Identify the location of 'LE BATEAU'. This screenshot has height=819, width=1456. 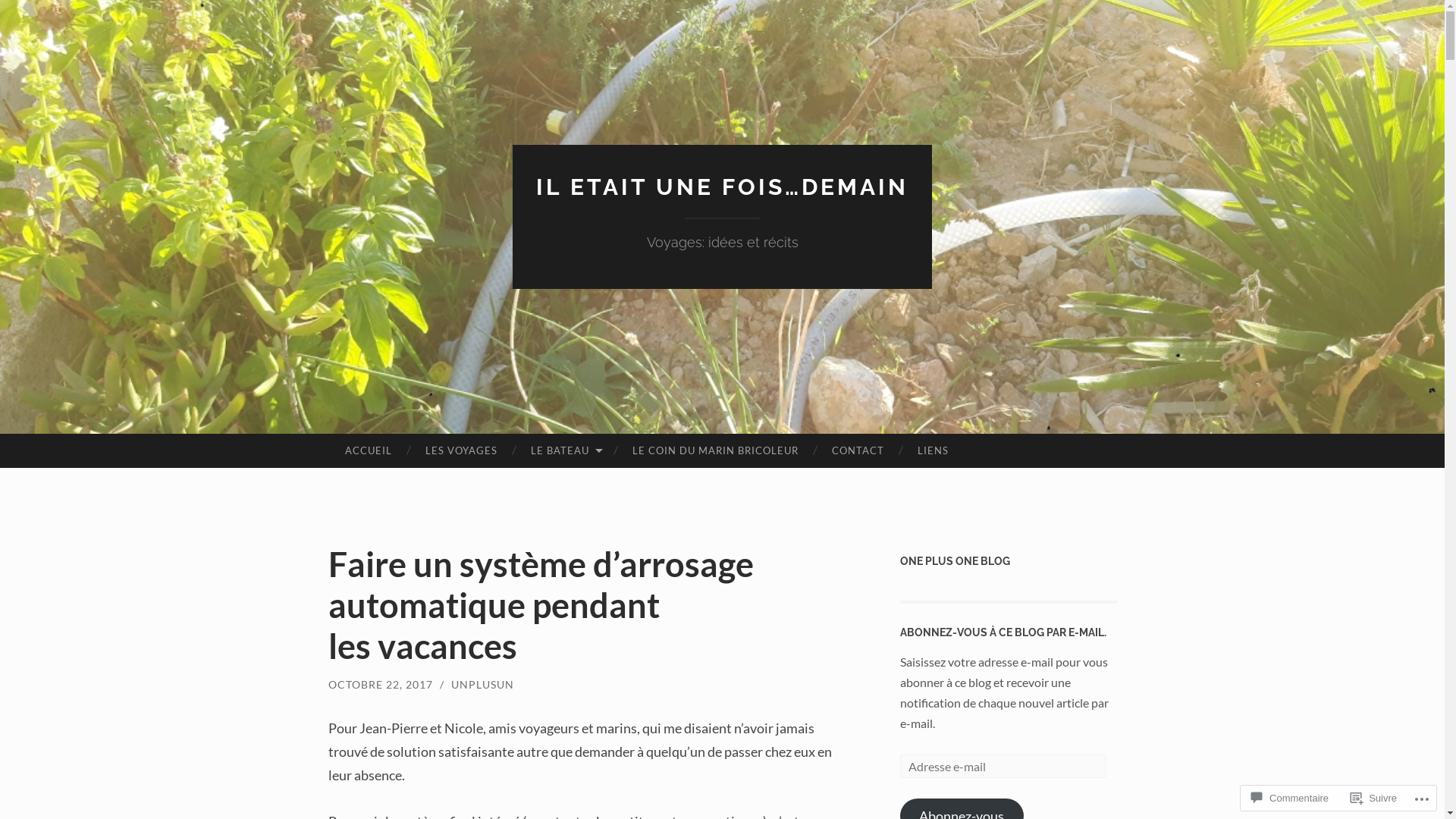
(563, 450).